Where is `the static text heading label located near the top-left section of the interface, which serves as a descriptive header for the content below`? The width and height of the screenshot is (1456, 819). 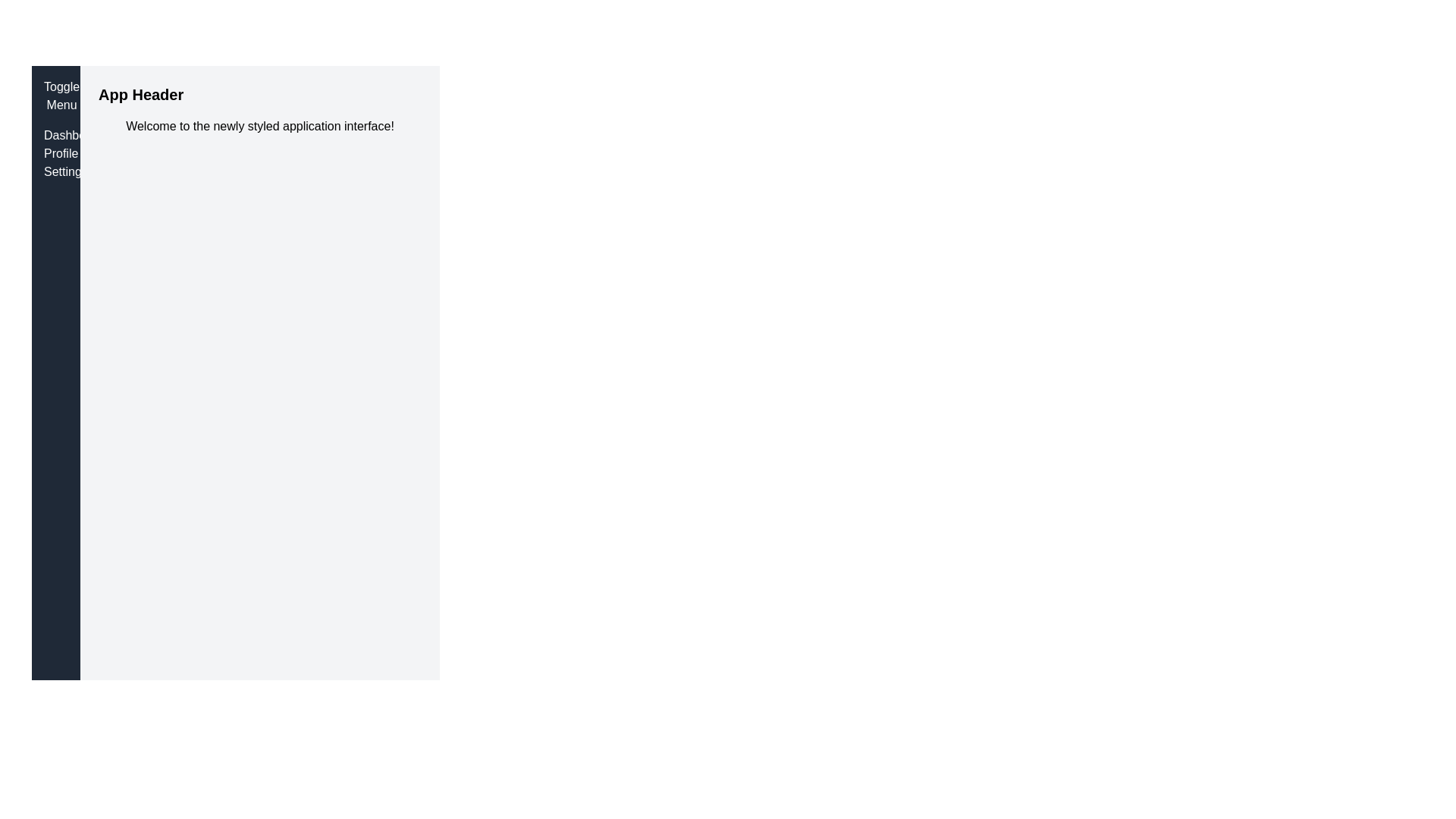 the static text heading label located near the top-left section of the interface, which serves as a descriptive header for the content below is located at coordinates (141, 94).